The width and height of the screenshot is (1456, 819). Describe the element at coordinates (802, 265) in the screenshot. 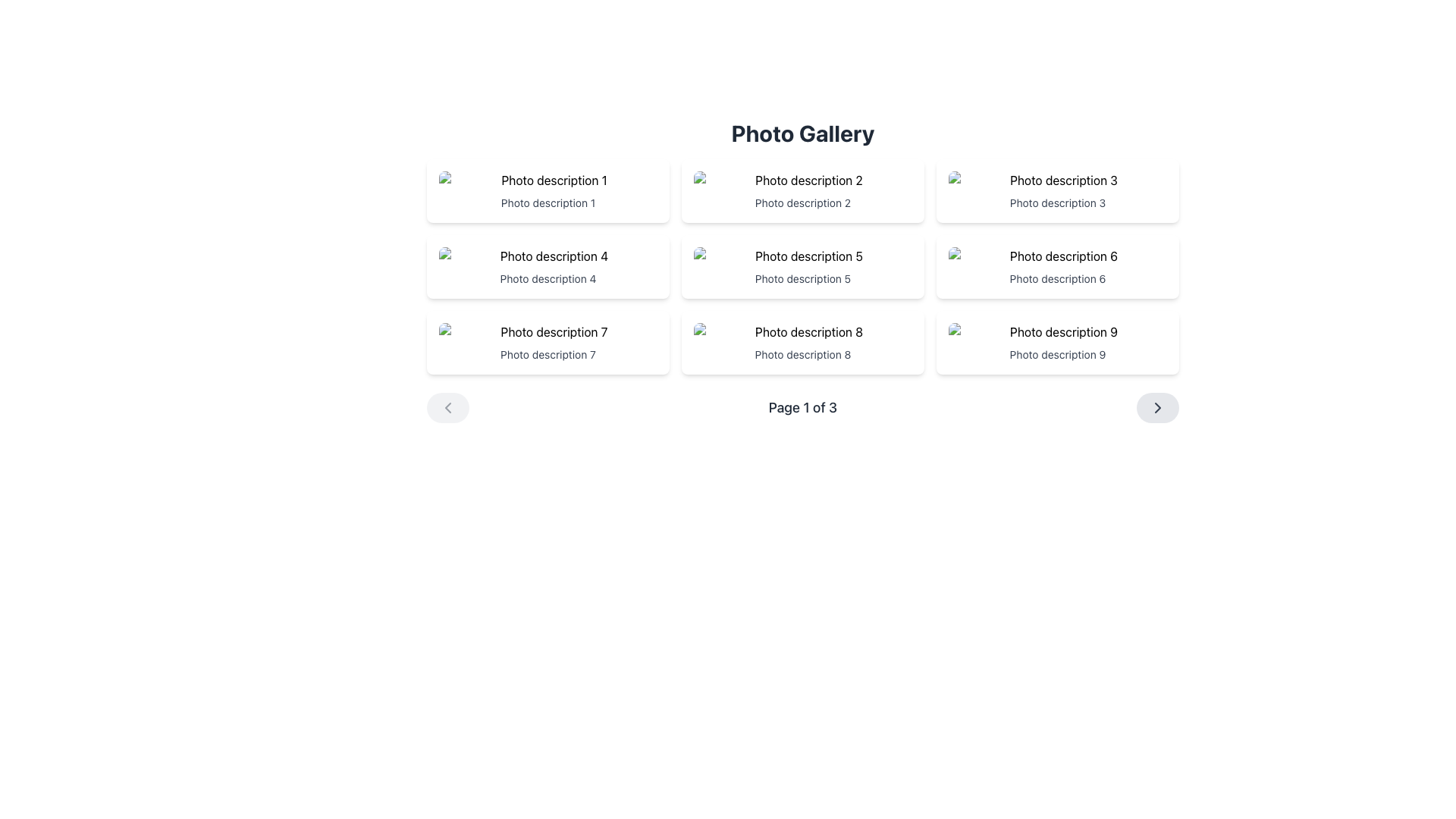

I see `the card element with rounded corners and a white background, containing the text 'Photo description 5', located in the center of the second row of a 3x3 grid` at that location.